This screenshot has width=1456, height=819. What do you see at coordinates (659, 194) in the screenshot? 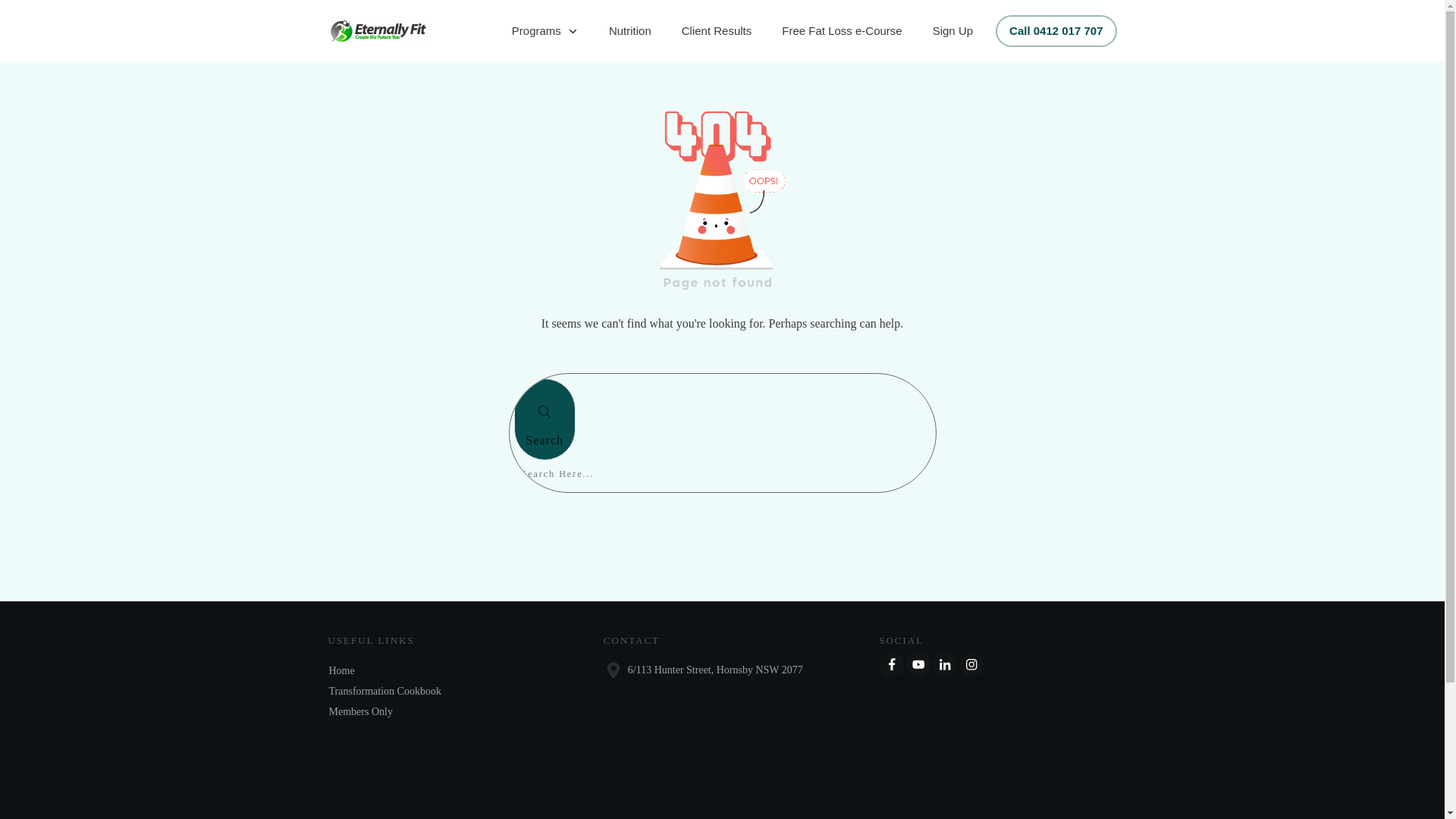
I see `'404 img alpha-8 (1)'` at bounding box center [659, 194].